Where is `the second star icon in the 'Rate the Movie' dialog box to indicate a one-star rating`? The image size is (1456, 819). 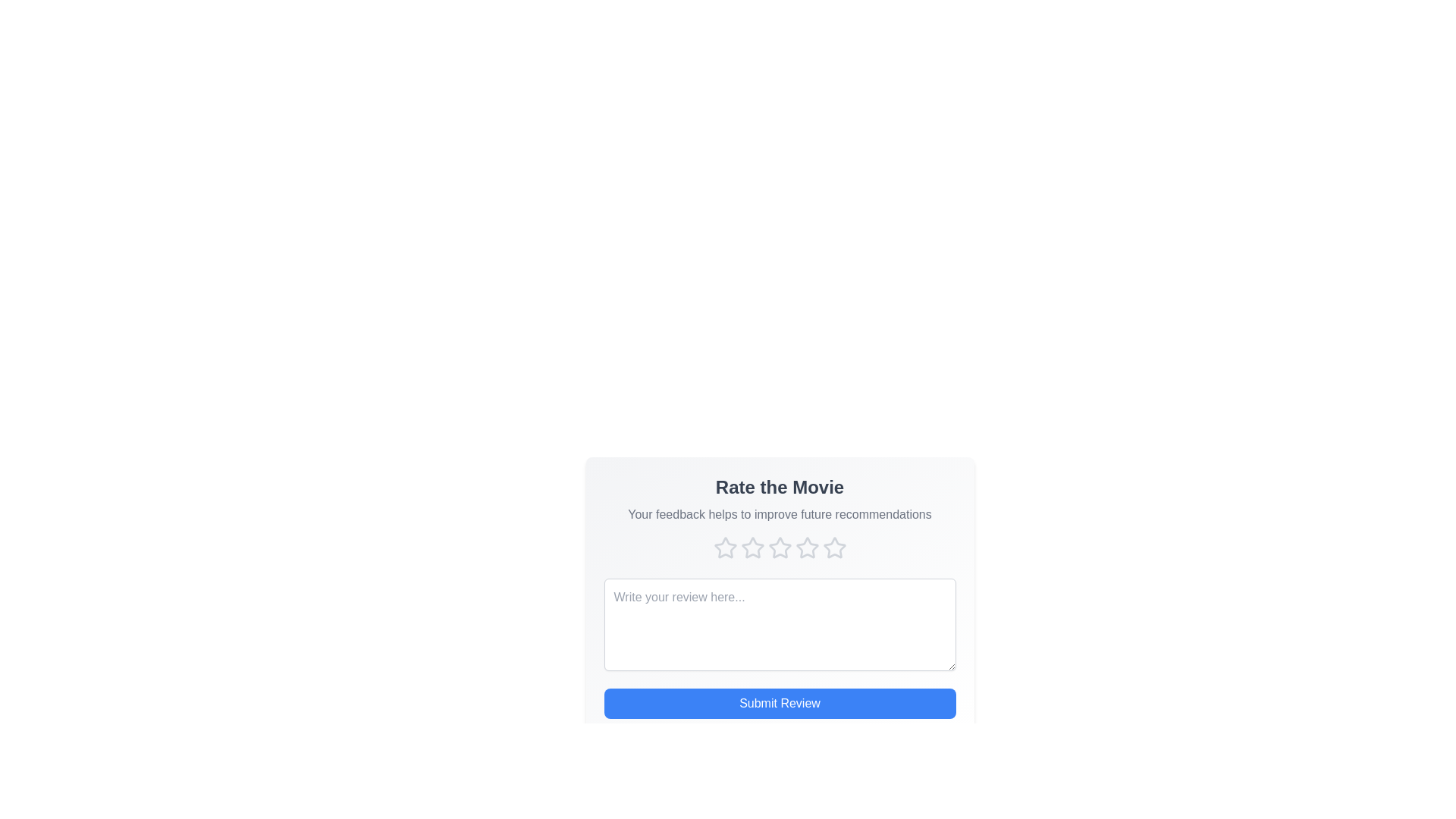 the second star icon in the 'Rate the Movie' dialog box to indicate a one-star rating is located at coordinates (752, 548).